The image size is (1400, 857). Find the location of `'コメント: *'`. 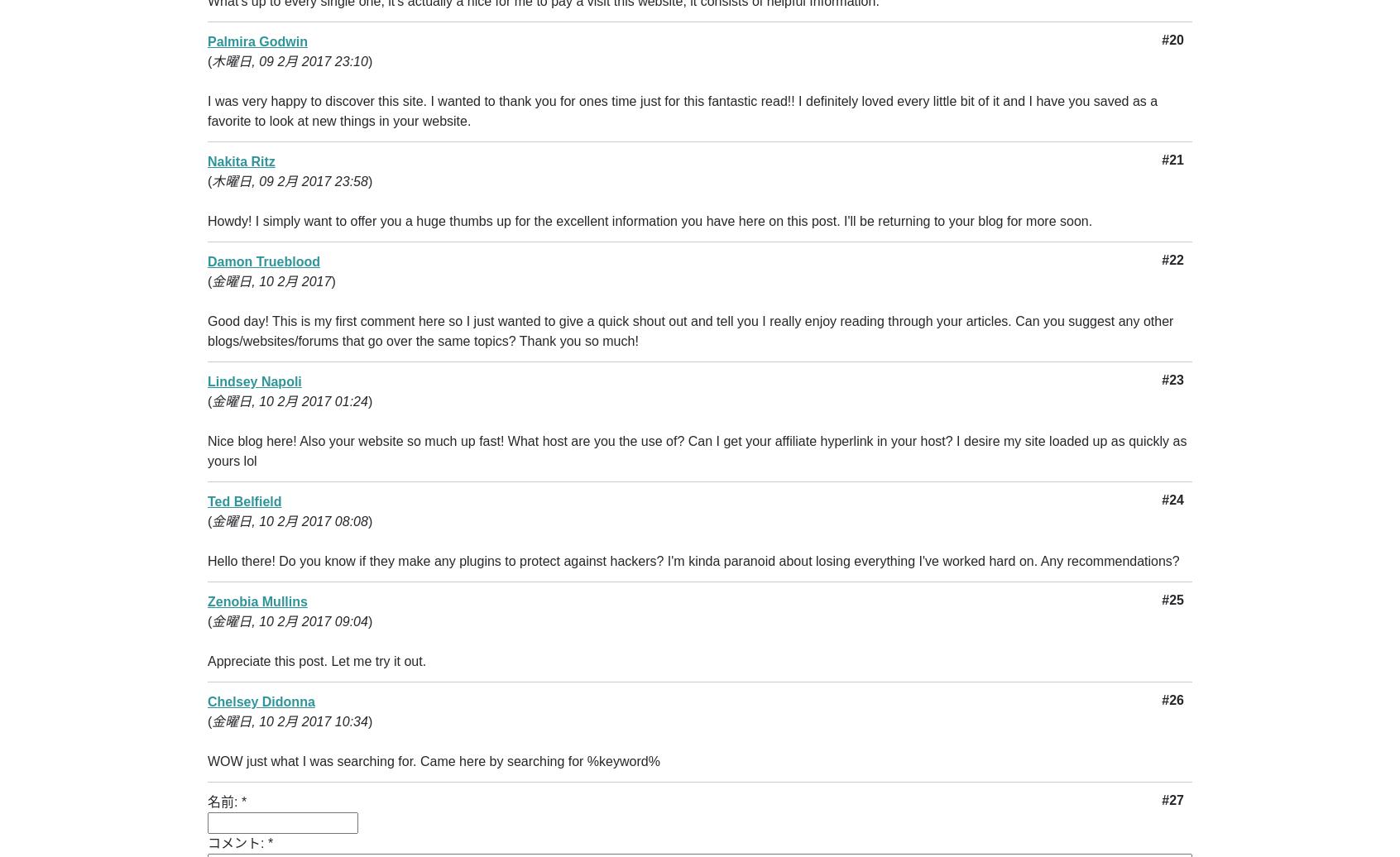

'コメント: *' is located at coordinates (207, 843).